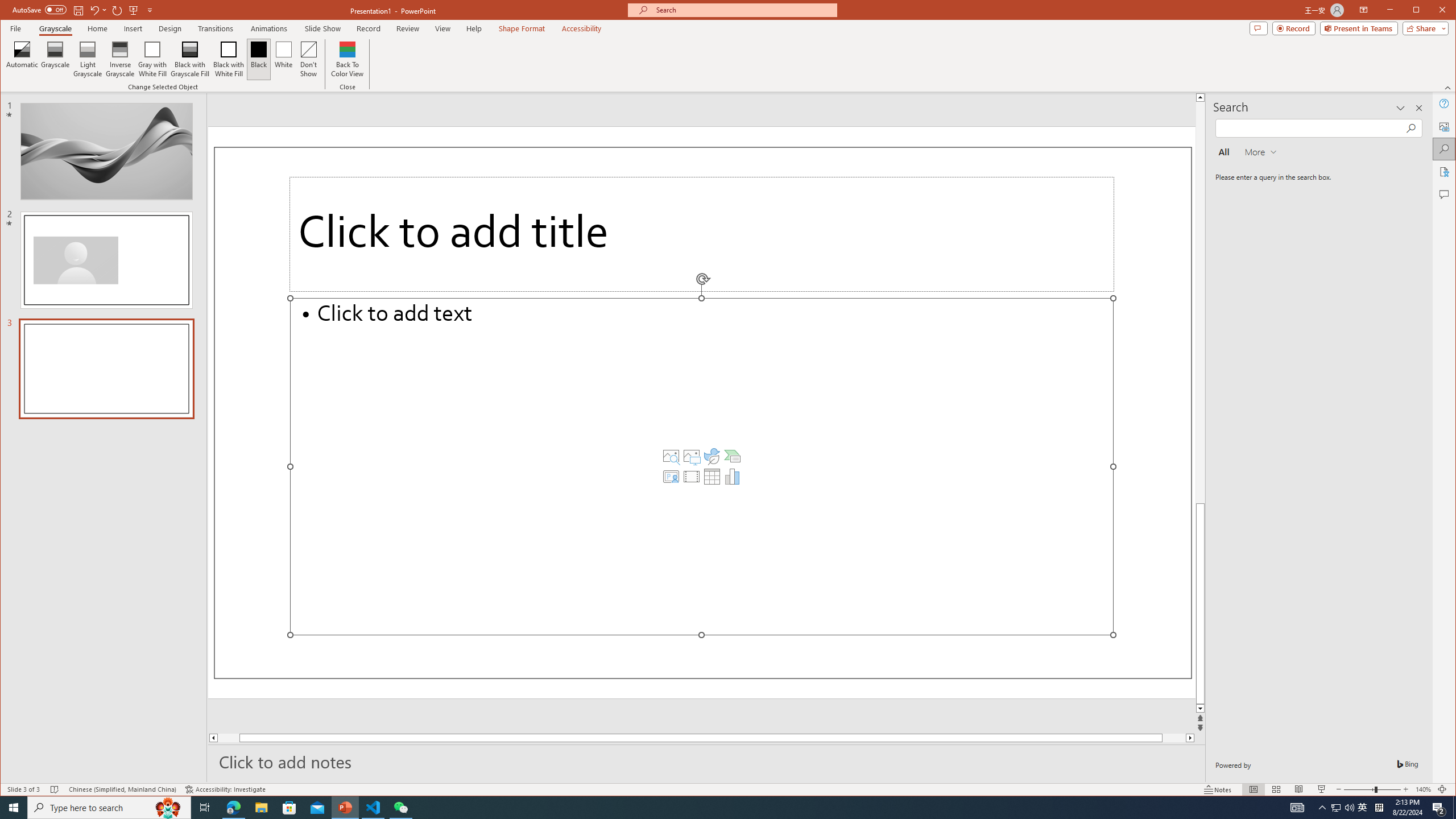  Describe the element at coordinates (117, 9) in the screenshot. I see `'Redo'` at that location.